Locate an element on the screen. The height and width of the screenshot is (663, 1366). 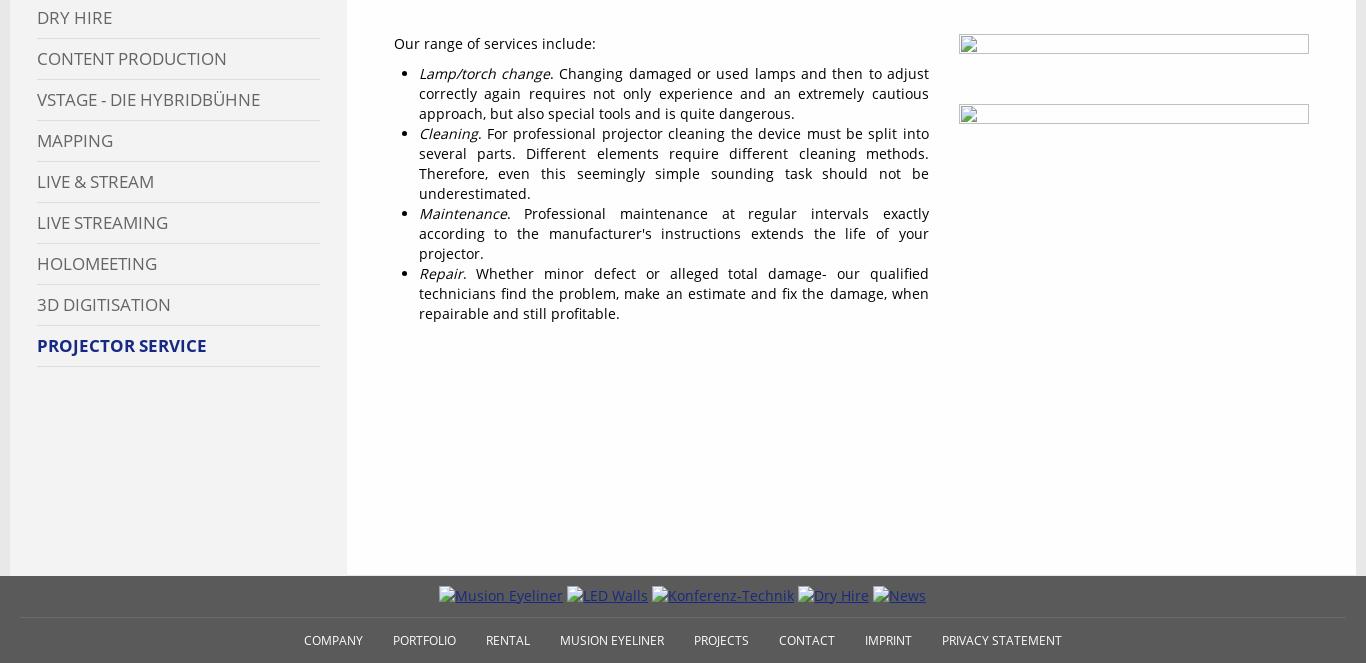
'Live Streaming' is located at coordinates (102, 222).